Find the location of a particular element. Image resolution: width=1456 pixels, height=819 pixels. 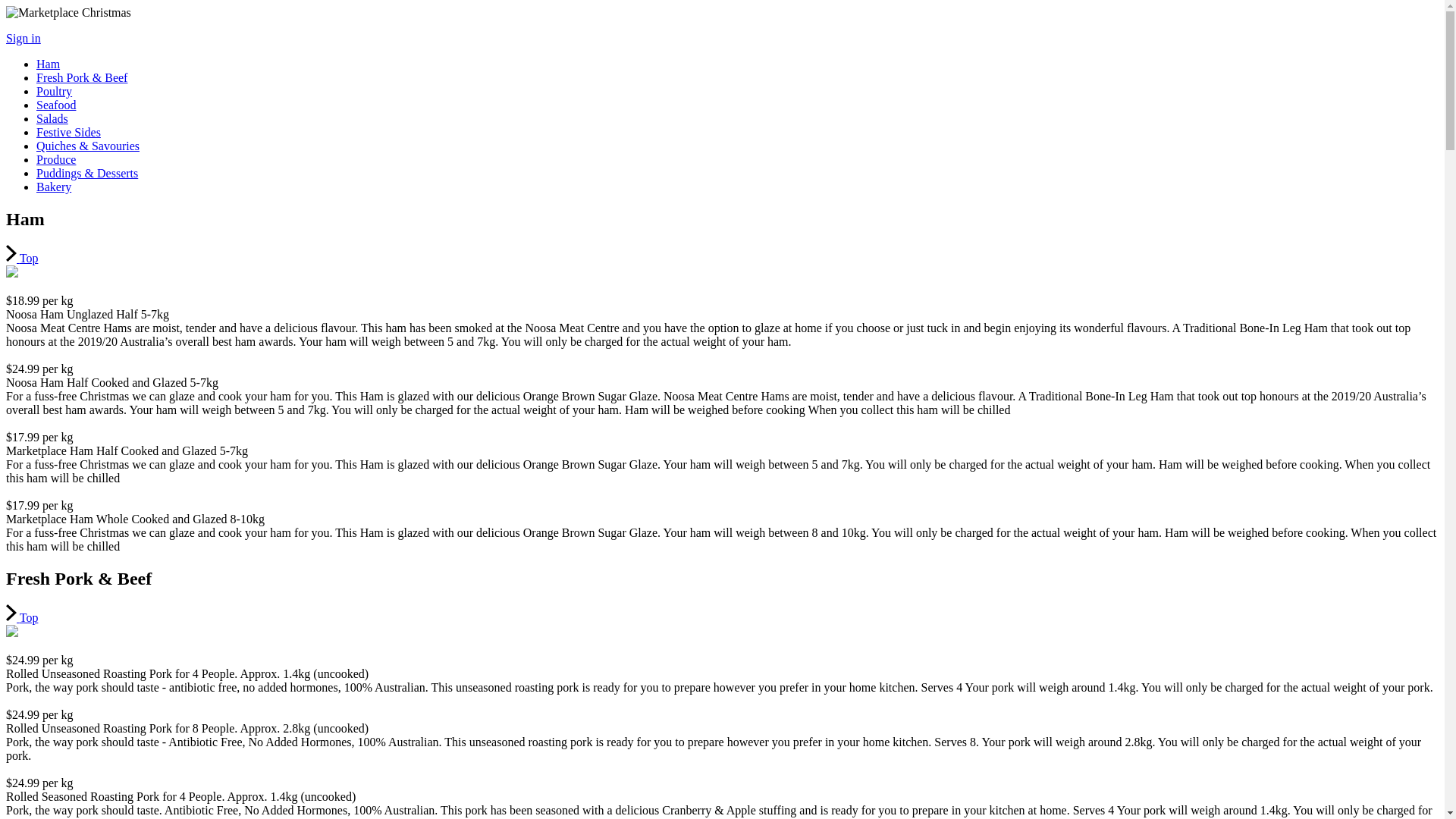

'Poultry' is located at coordinates (54, 91).